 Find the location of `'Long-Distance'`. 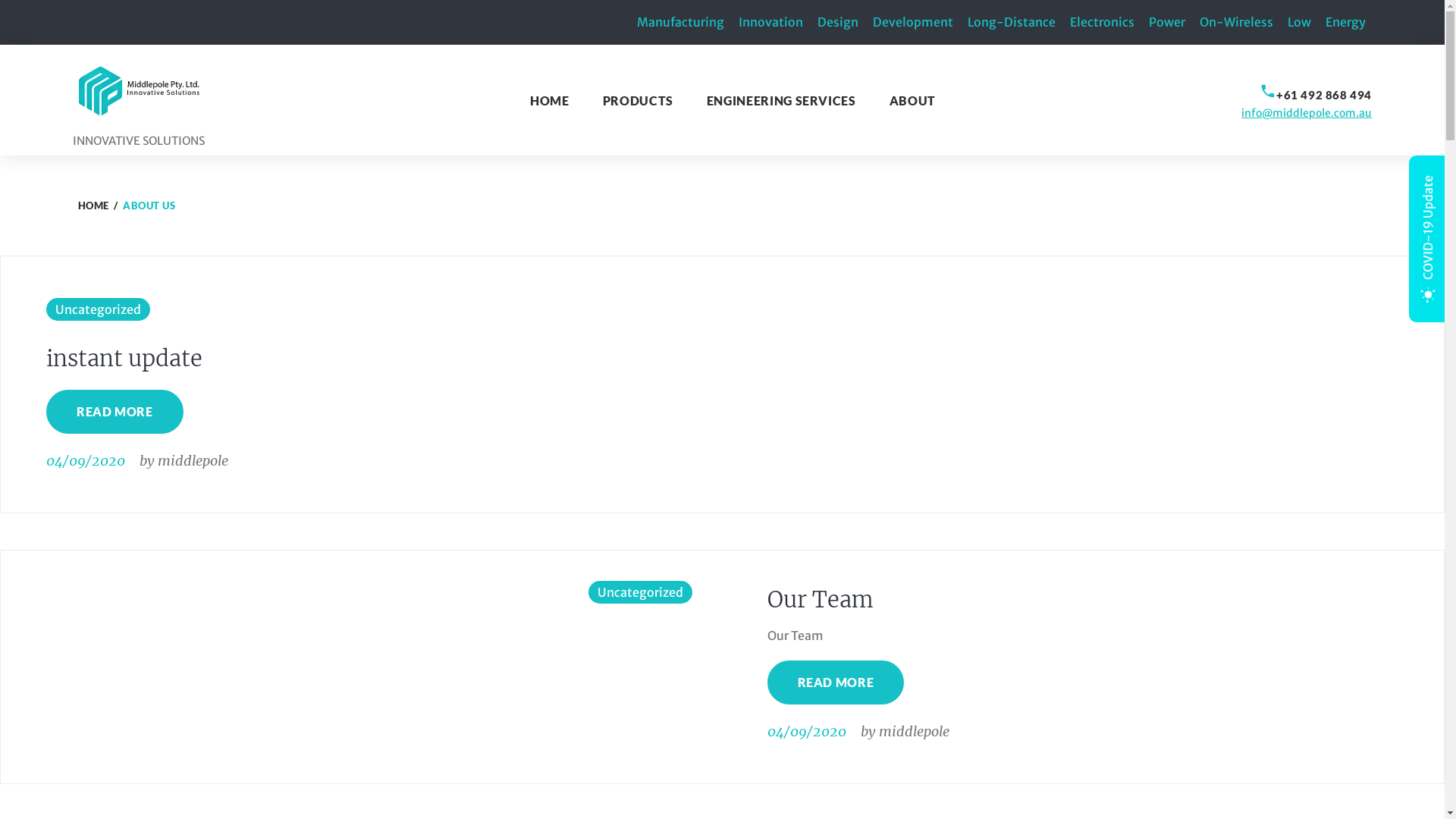

'Long-Distance' is located at coordinates (1012, 22).